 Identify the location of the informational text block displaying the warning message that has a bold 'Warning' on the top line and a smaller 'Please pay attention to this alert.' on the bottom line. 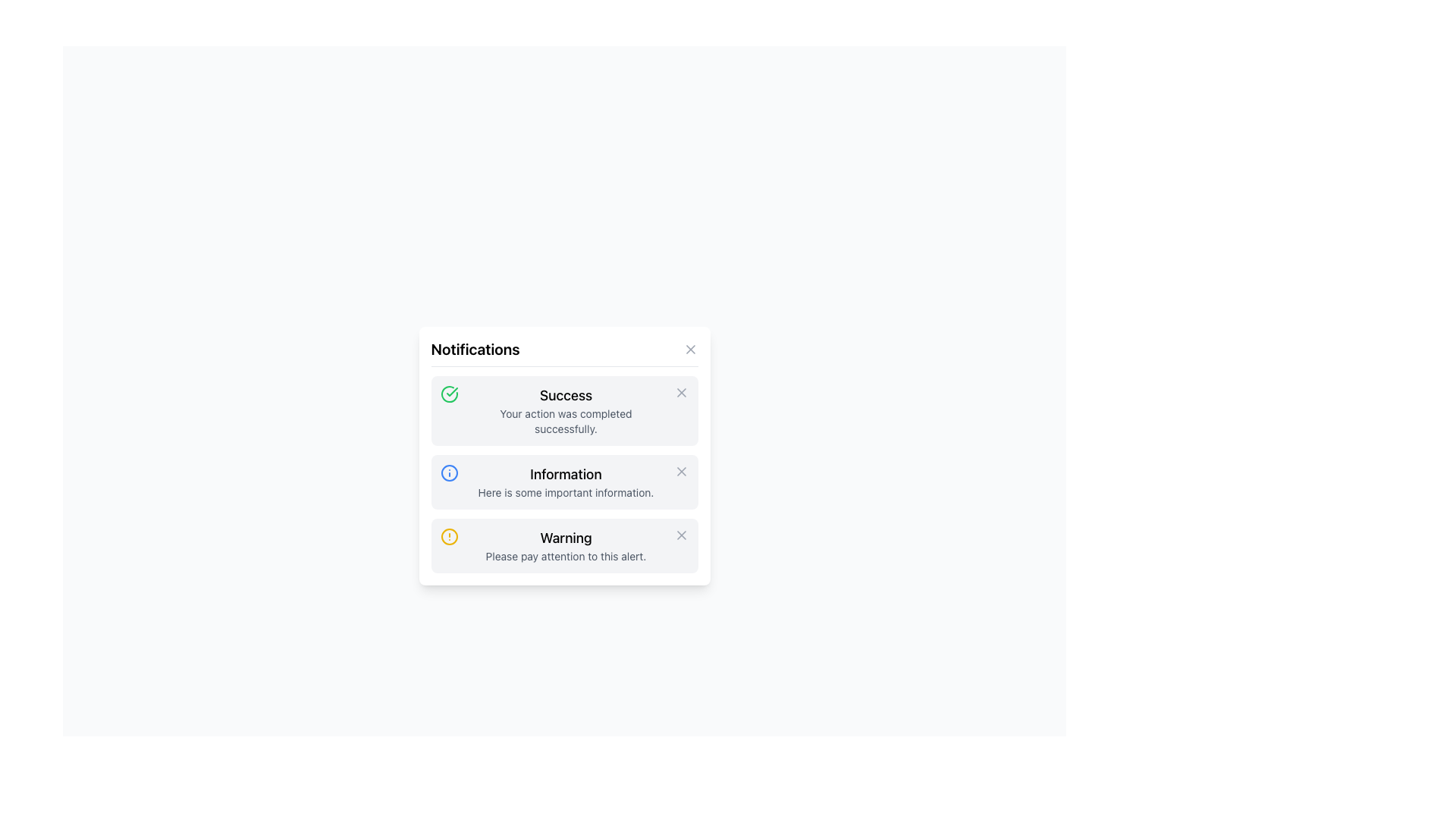
(565, 544).